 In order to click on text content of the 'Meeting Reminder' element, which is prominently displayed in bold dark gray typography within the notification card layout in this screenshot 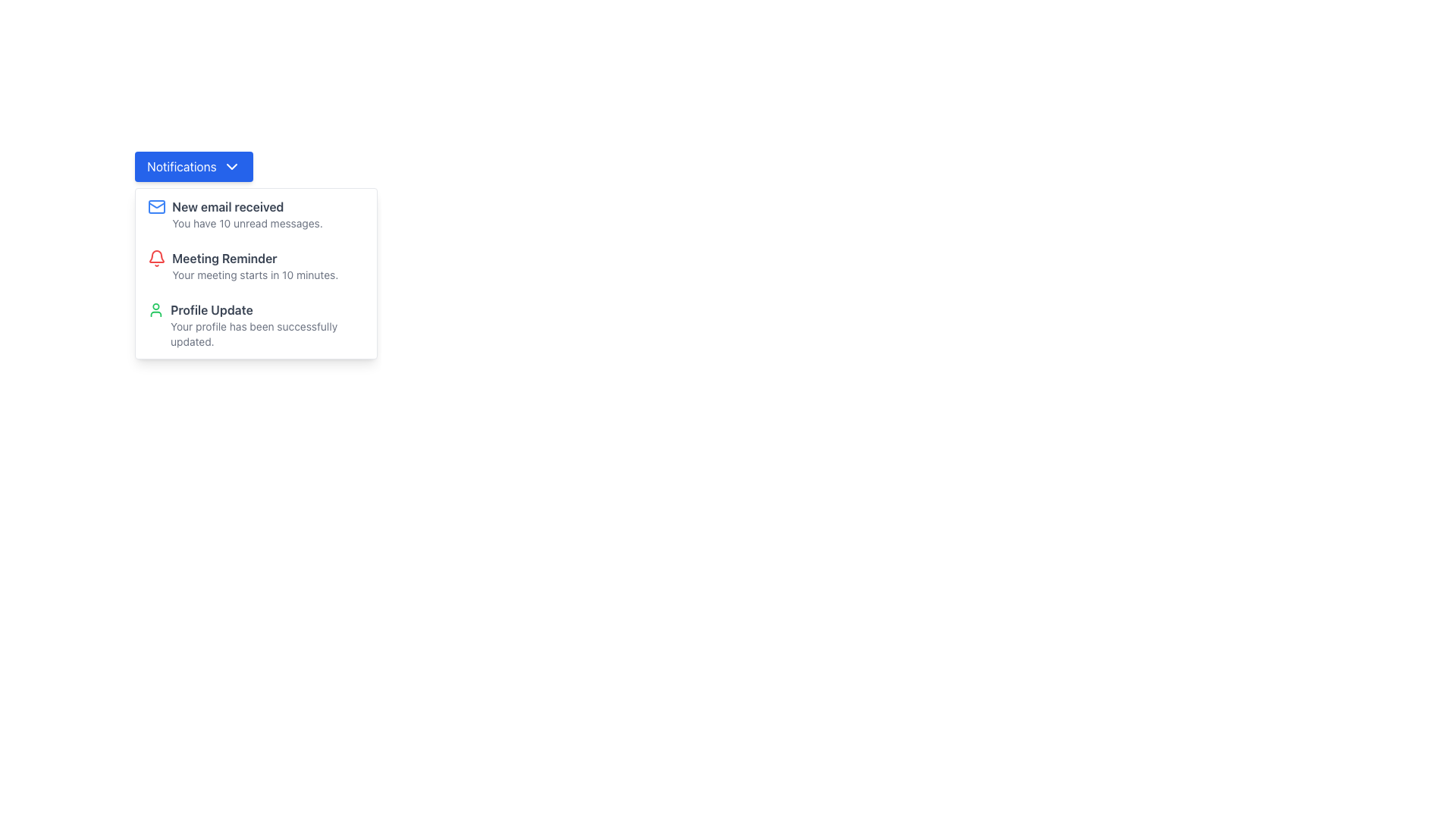, I will do `click(255, 257)`.